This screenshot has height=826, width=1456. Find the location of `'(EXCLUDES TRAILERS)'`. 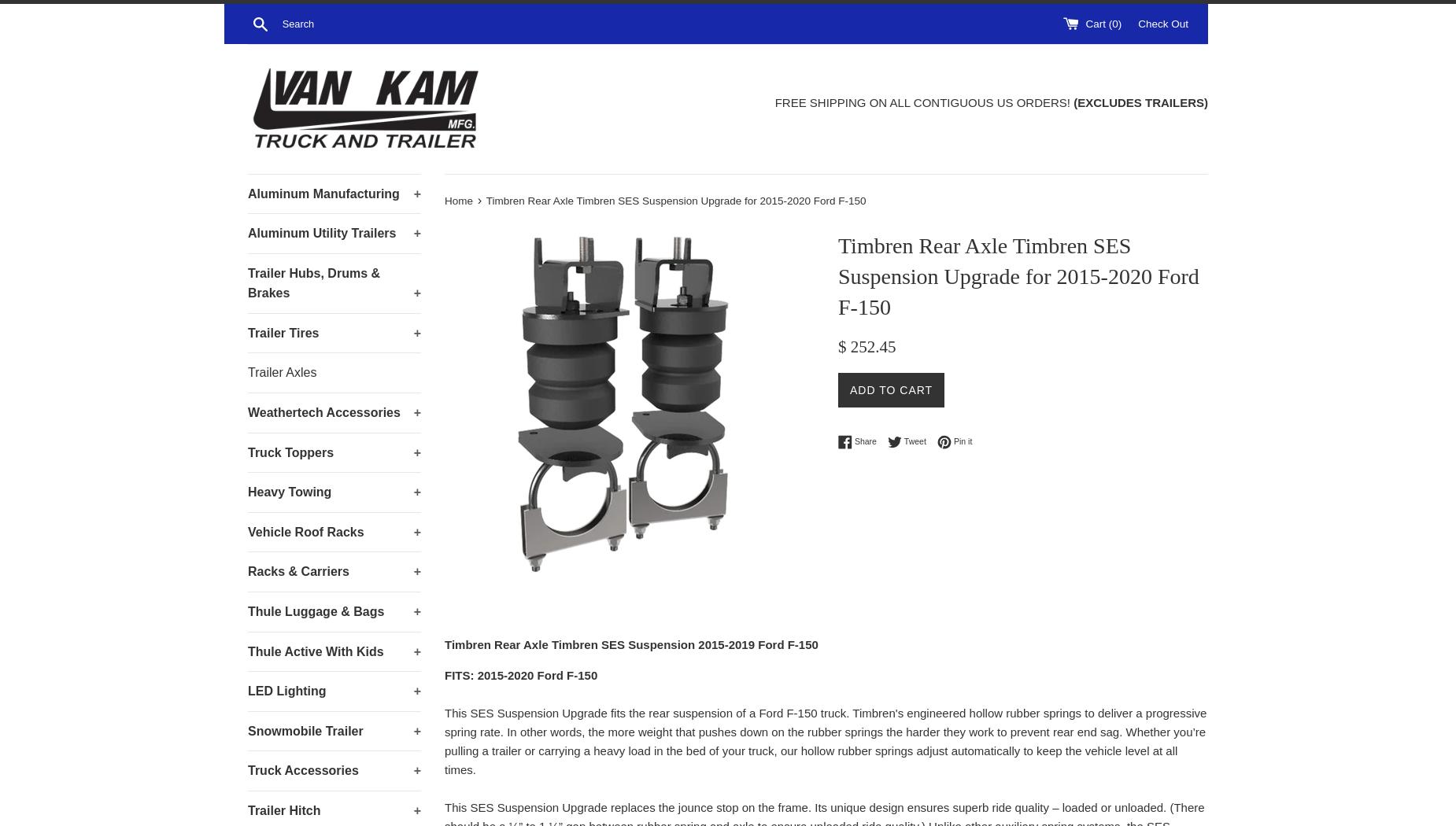

'(EXCLUDES TRAILERS)' is located at coordinates (1140, 101).